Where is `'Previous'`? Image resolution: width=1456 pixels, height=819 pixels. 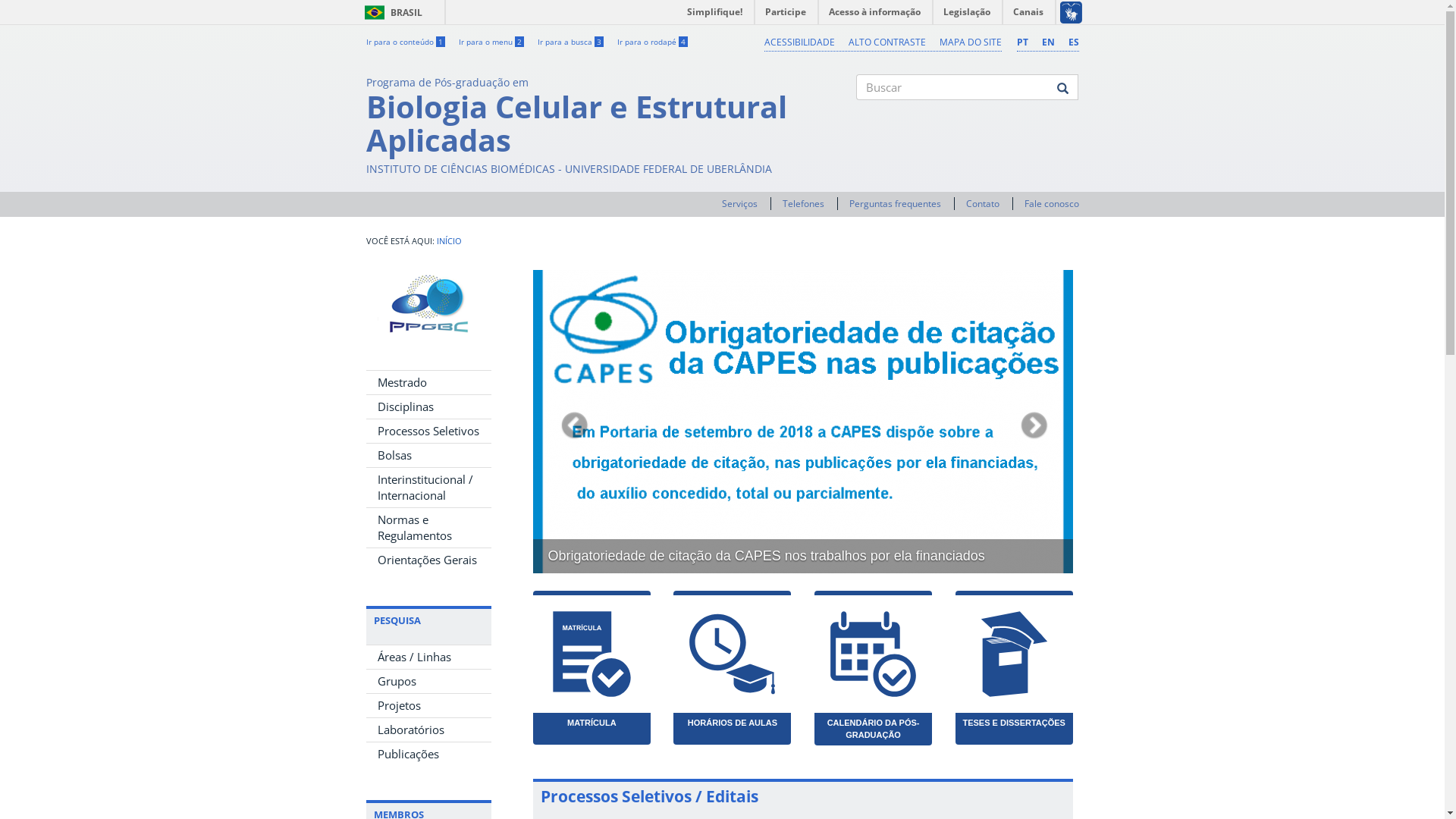
'Previous' is located at coordinates (572, 421).